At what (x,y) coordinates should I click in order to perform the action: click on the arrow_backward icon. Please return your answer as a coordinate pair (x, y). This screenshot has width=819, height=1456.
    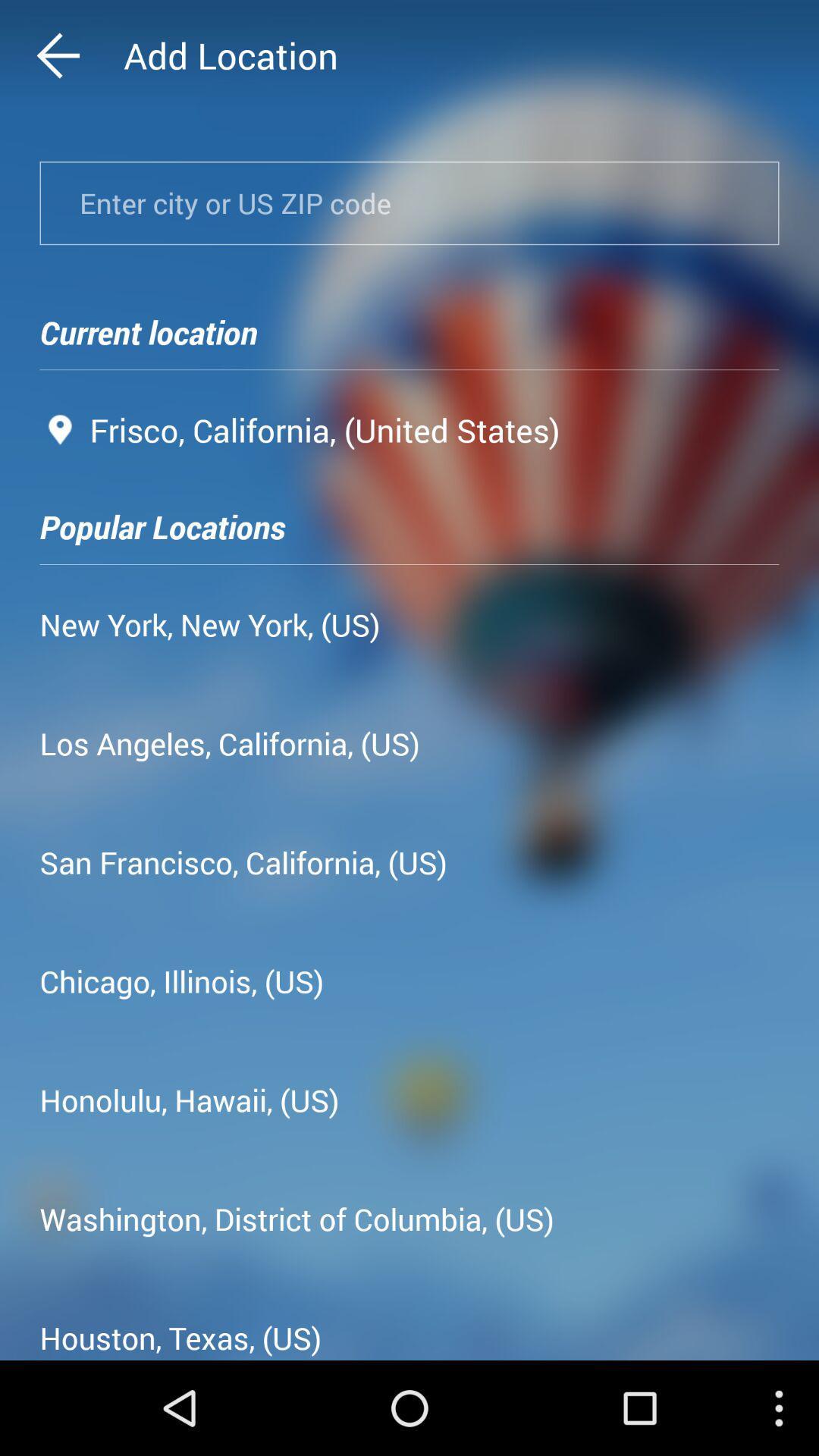
    Looking at the image, I should click on (87, 59).